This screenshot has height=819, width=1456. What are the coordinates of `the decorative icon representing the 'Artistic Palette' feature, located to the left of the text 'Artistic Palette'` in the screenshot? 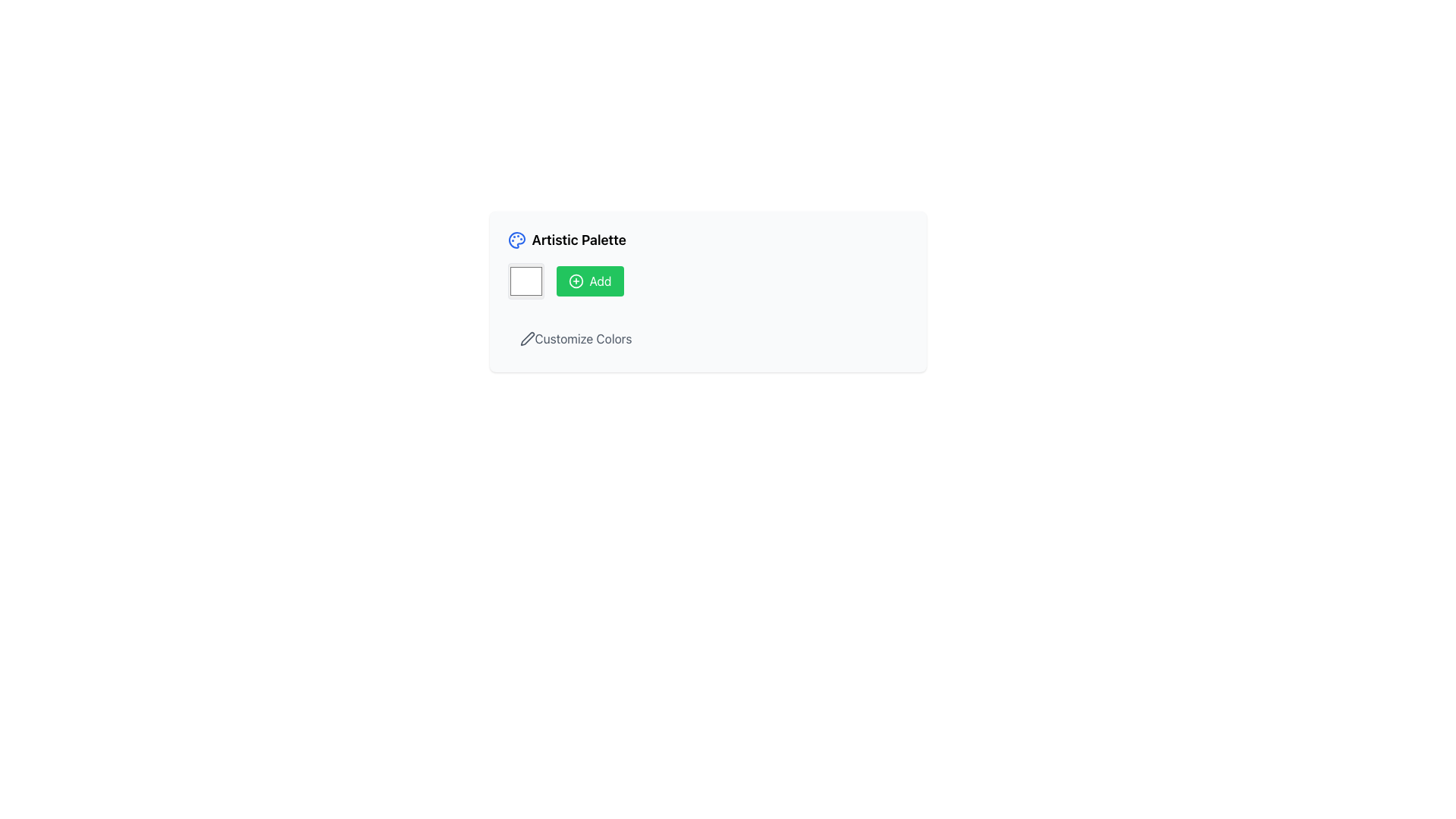 It's located at (516, 239).